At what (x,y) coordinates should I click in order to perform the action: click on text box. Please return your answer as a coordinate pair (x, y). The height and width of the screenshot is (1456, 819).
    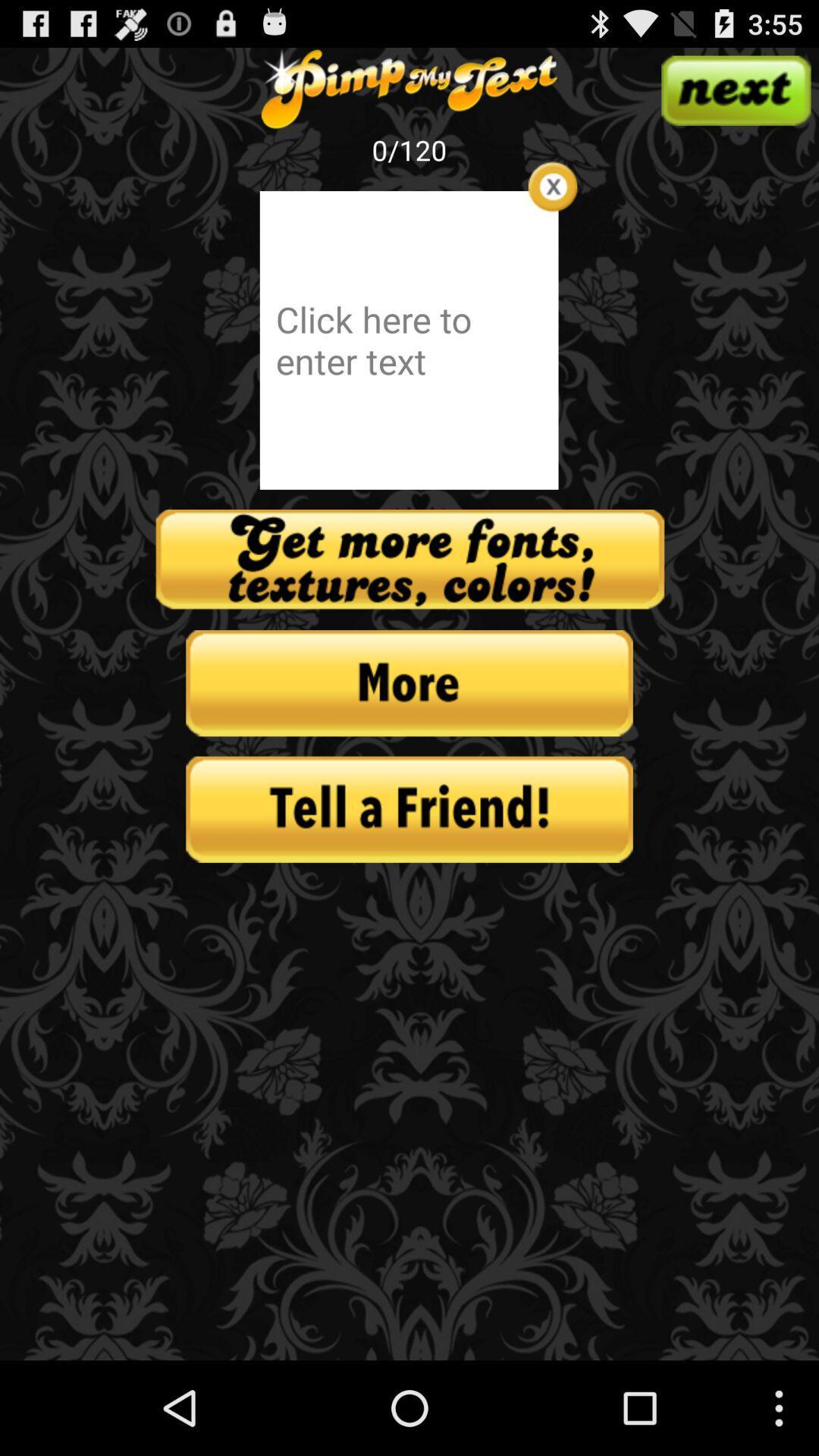
    Looking at the image, I should click on (553, 186).